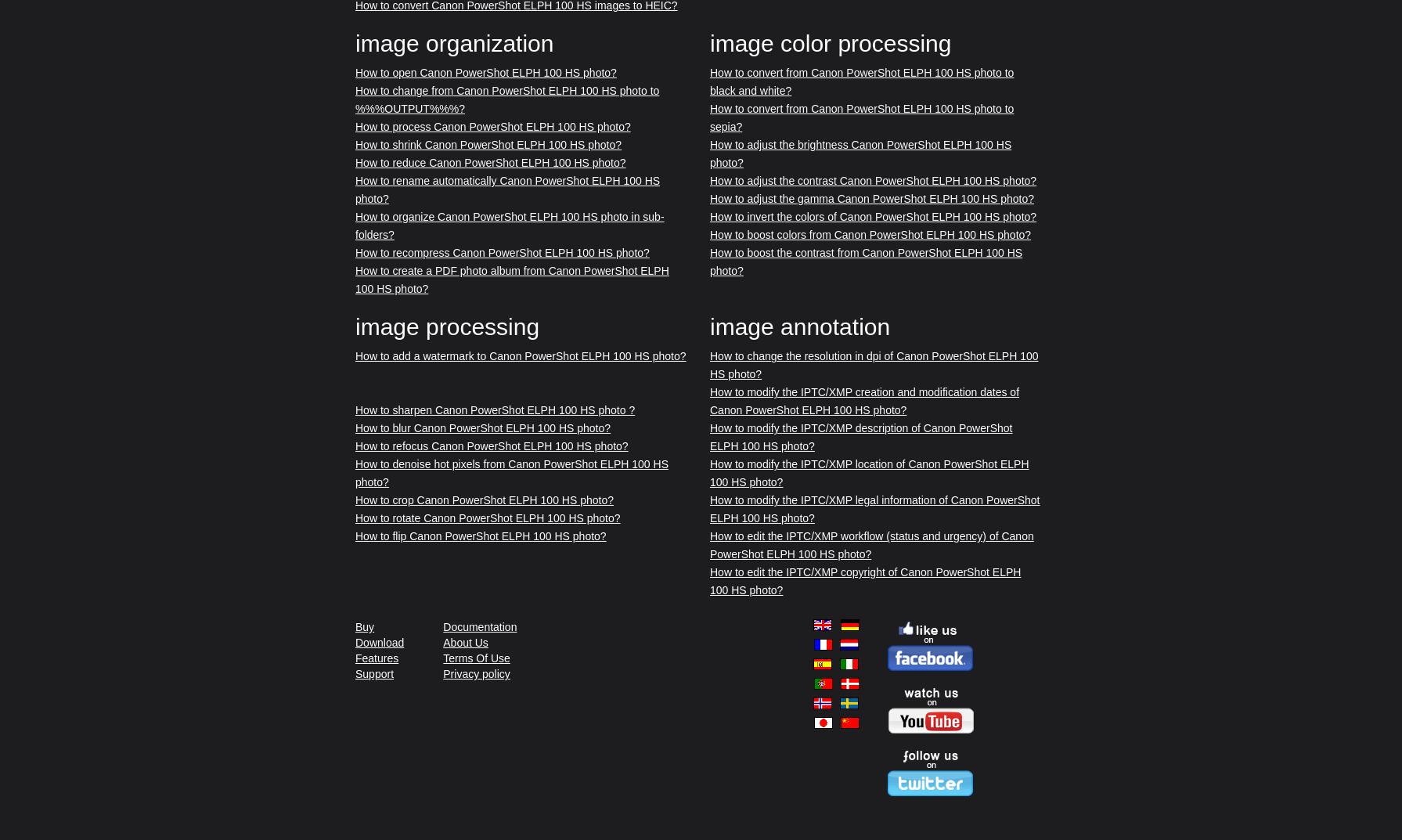  Describe the element at coordinates (863, 400) in the screenshot. I see `'How to modify the IPTC/XMP creation and modification dates of  Canon PowerShot ELPH 100 HS photo?'` at that location.